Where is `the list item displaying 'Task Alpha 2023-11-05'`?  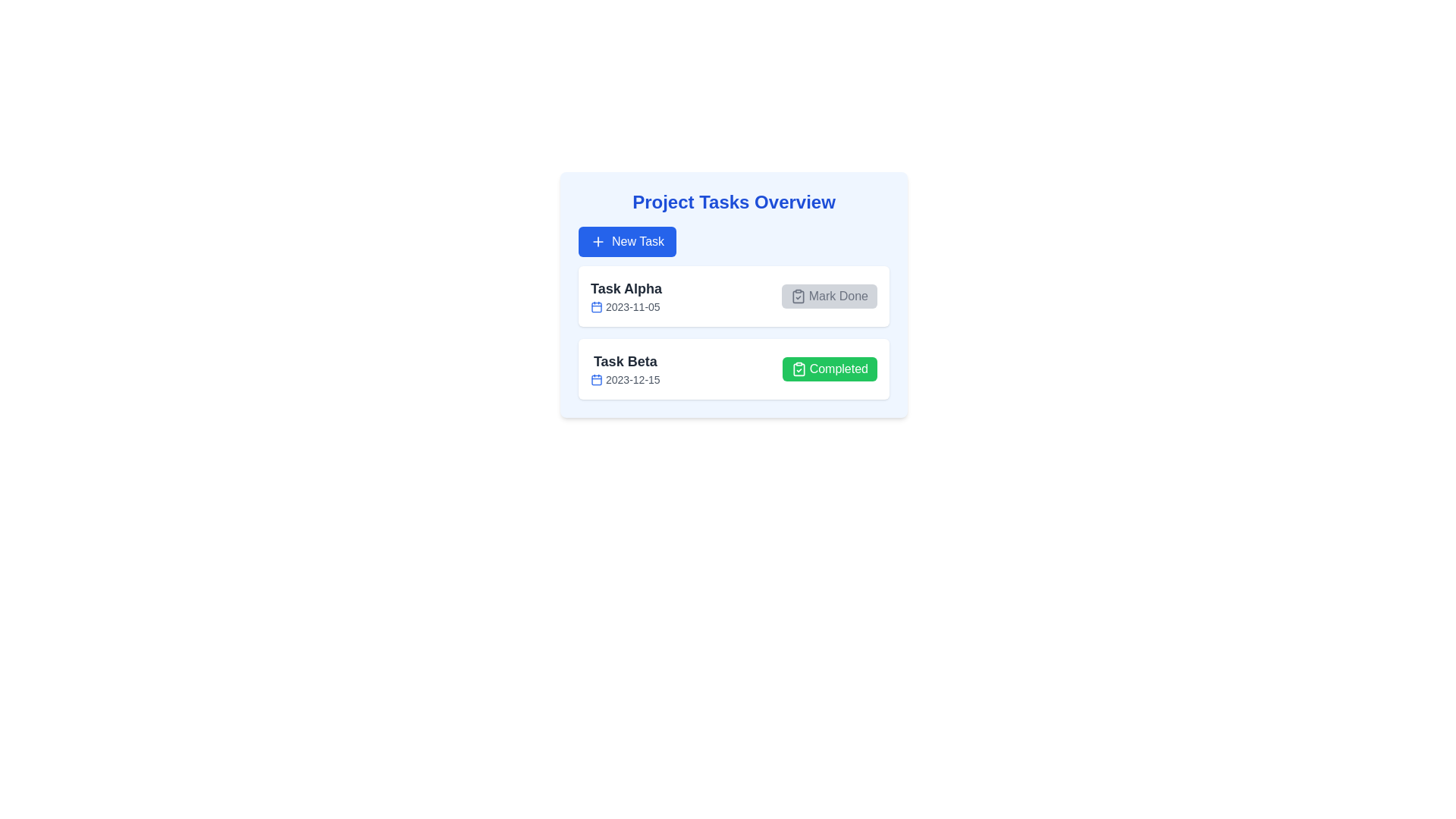
the list item displaying 'Task Alpha 2023-11-05' is located at coordinates (626, 296).